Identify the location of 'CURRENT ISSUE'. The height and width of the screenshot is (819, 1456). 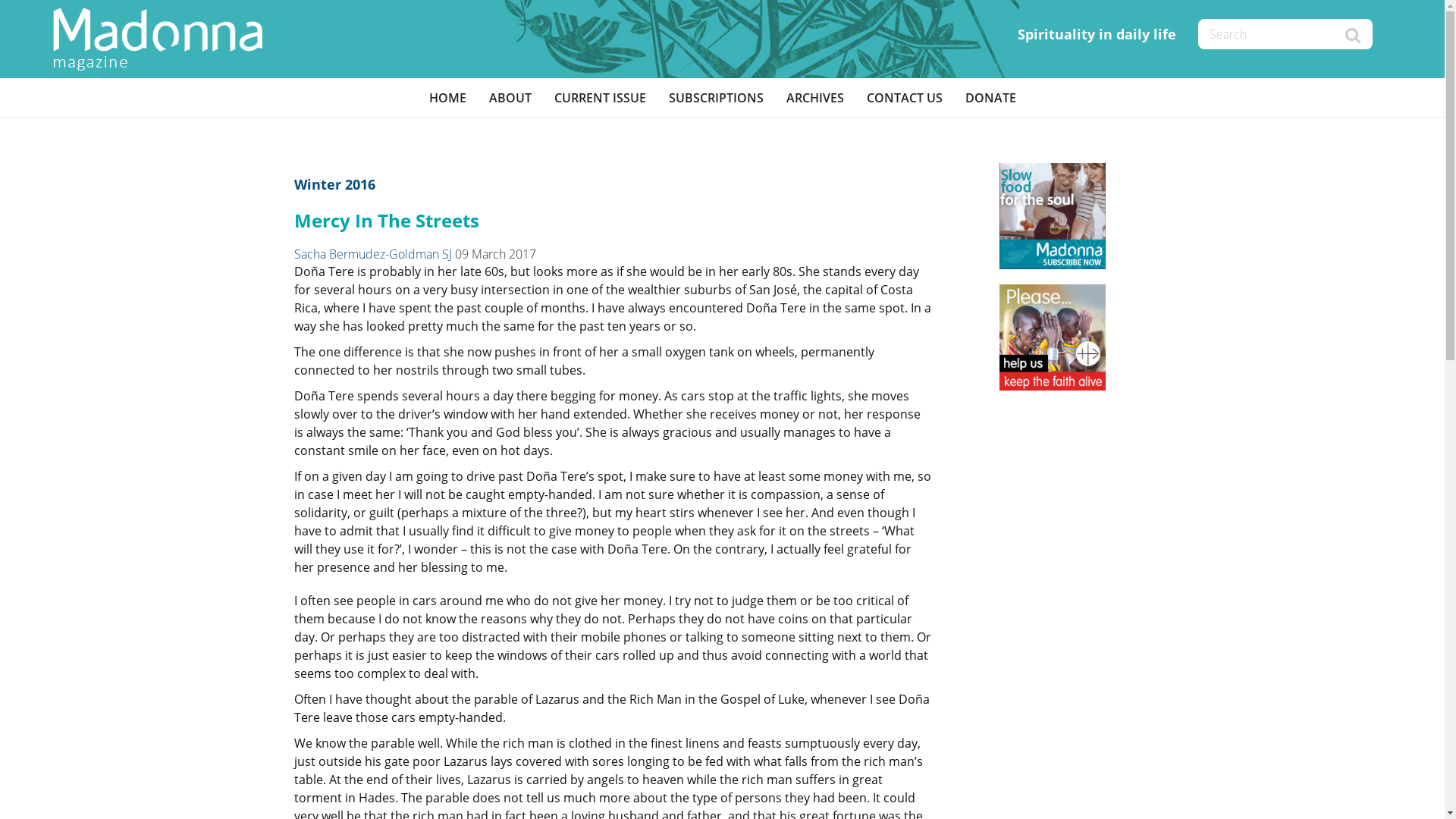
(542, 97).